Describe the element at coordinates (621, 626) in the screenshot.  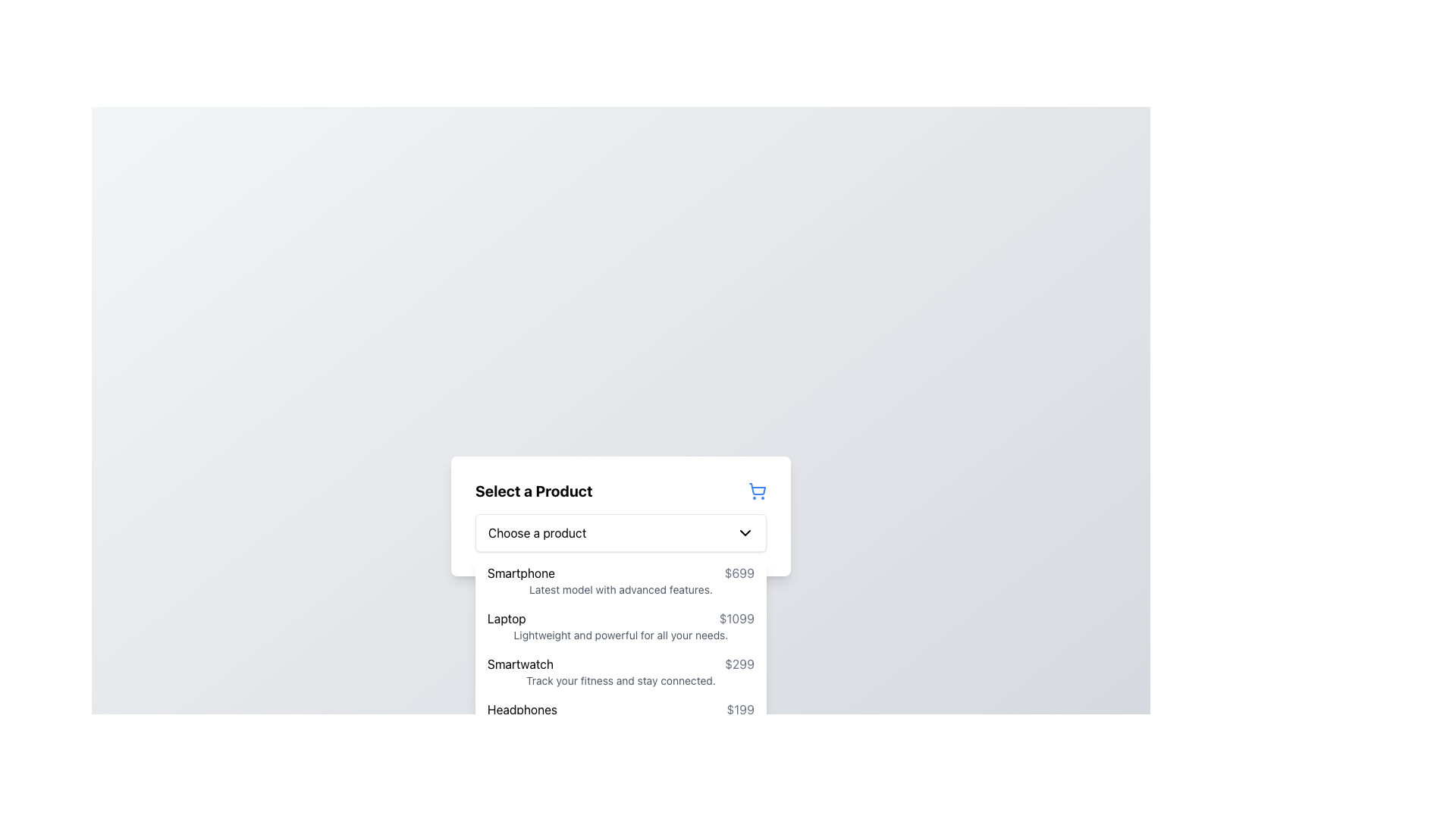
I see `to select the product labeled 'Laptop' from the dropdown menu, which is the second item in the list and visually distinct with its bold title and accompanying price and description` at that location.